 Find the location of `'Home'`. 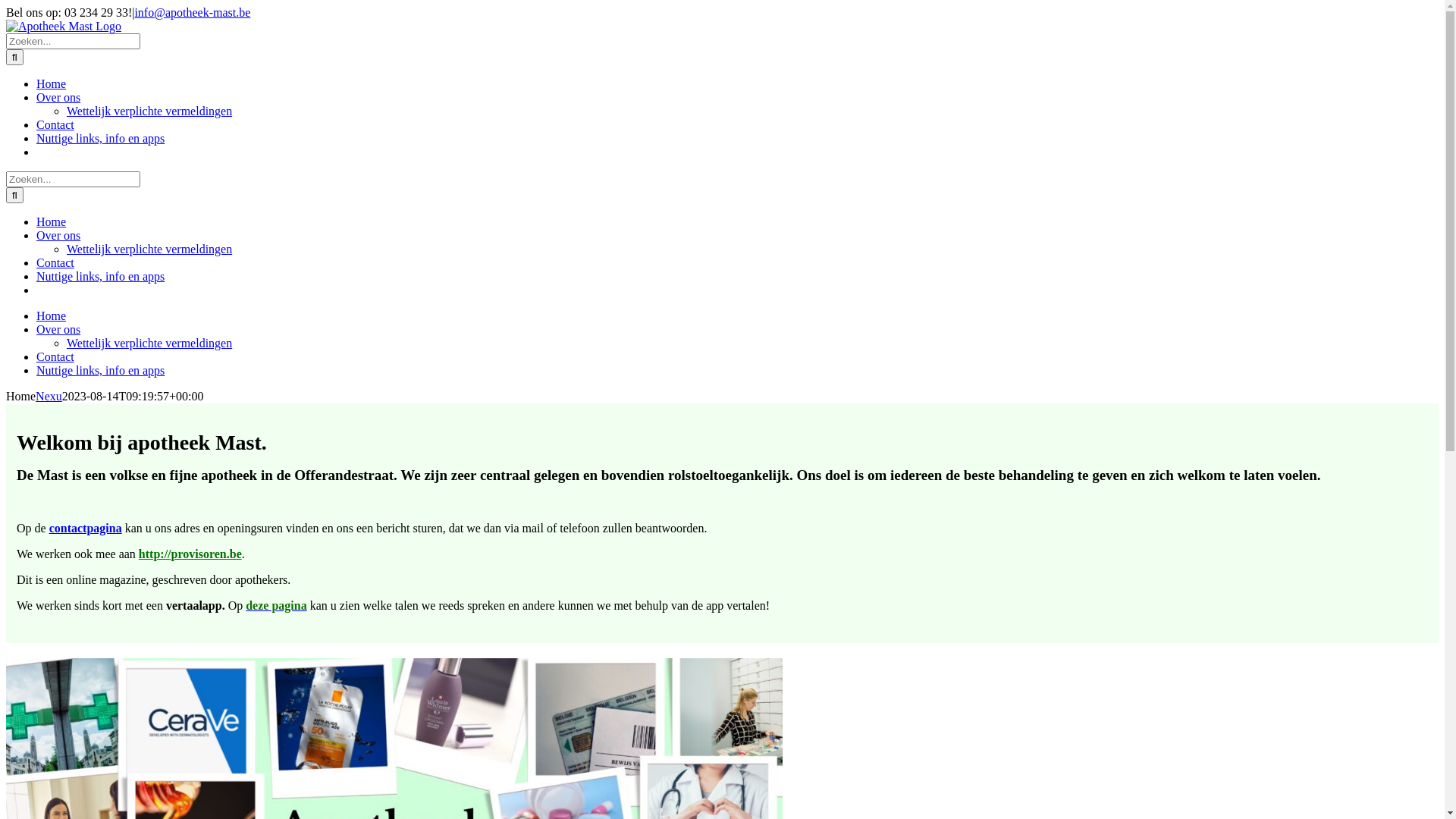

'Home' is located at coordinates (51, 221).